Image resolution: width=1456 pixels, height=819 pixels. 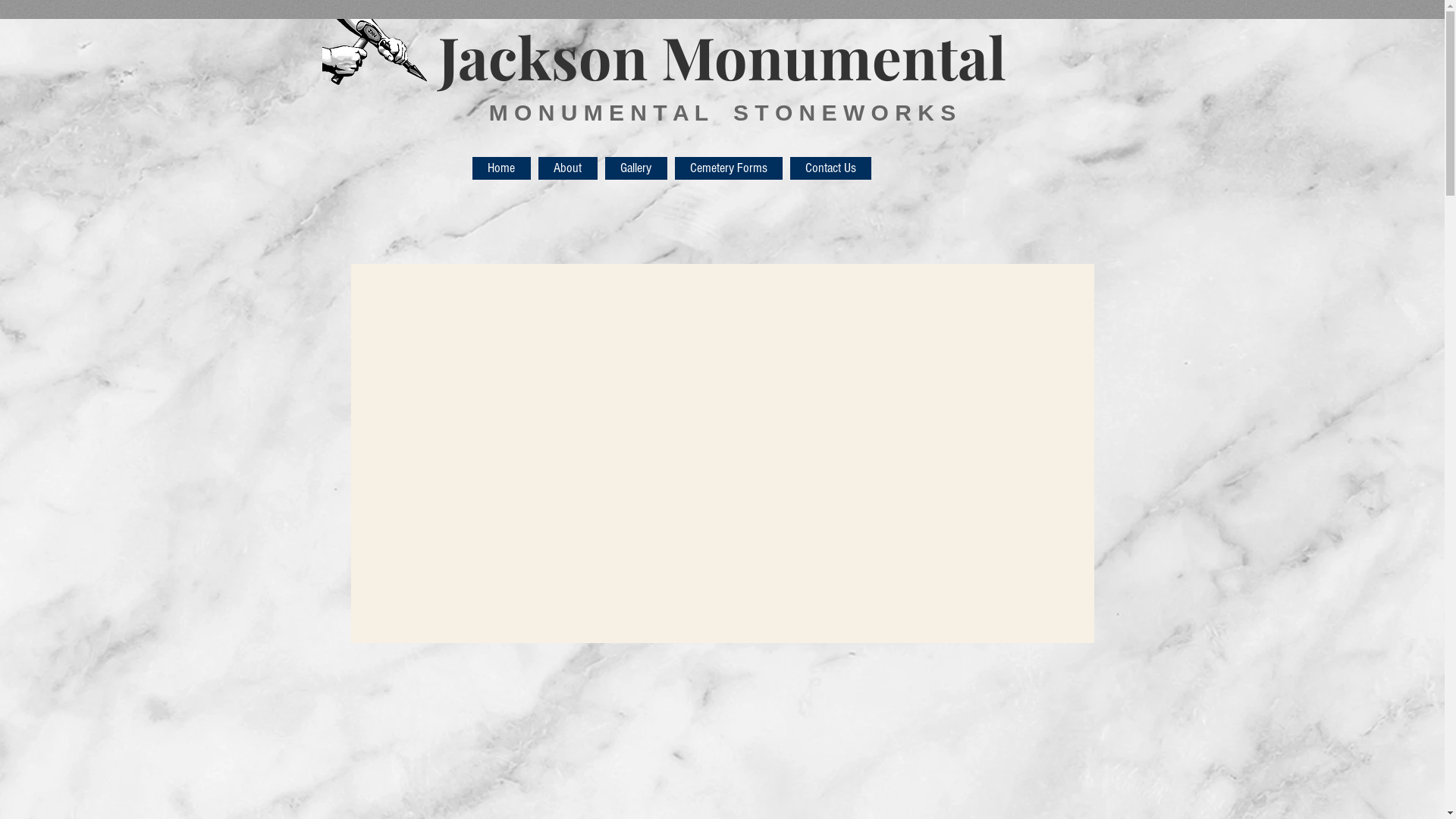 What do you see at coordinates (636, 168) in the screenshot?
I see `'Gallery'` at bounding box center [636, 168].